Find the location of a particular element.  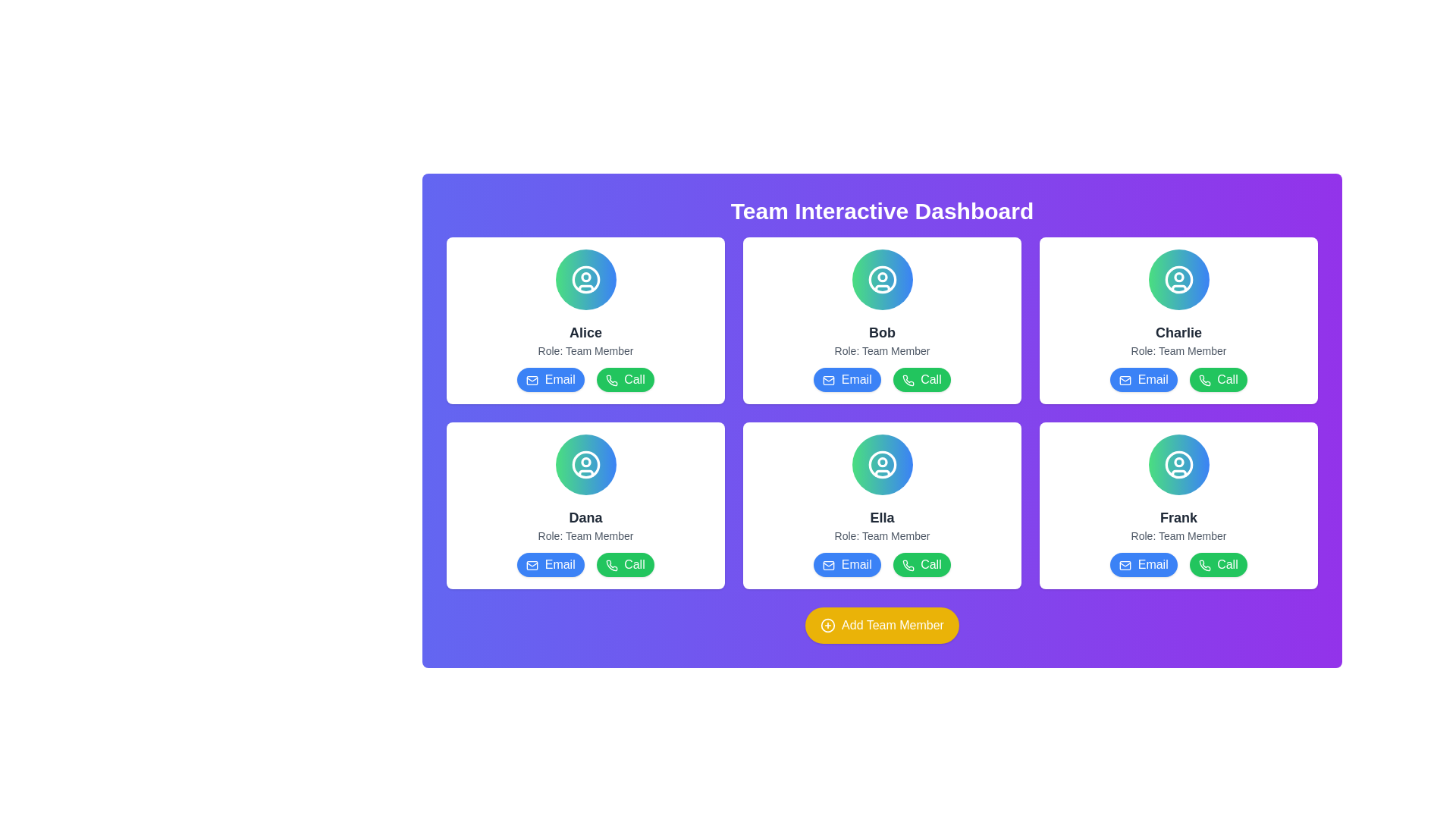

the text label displaying the name 'Frank', which is styled prominently in bold and large font, located in the middle of the card above the 'Role: Team Member' label is located at coordinates (1178, 516).